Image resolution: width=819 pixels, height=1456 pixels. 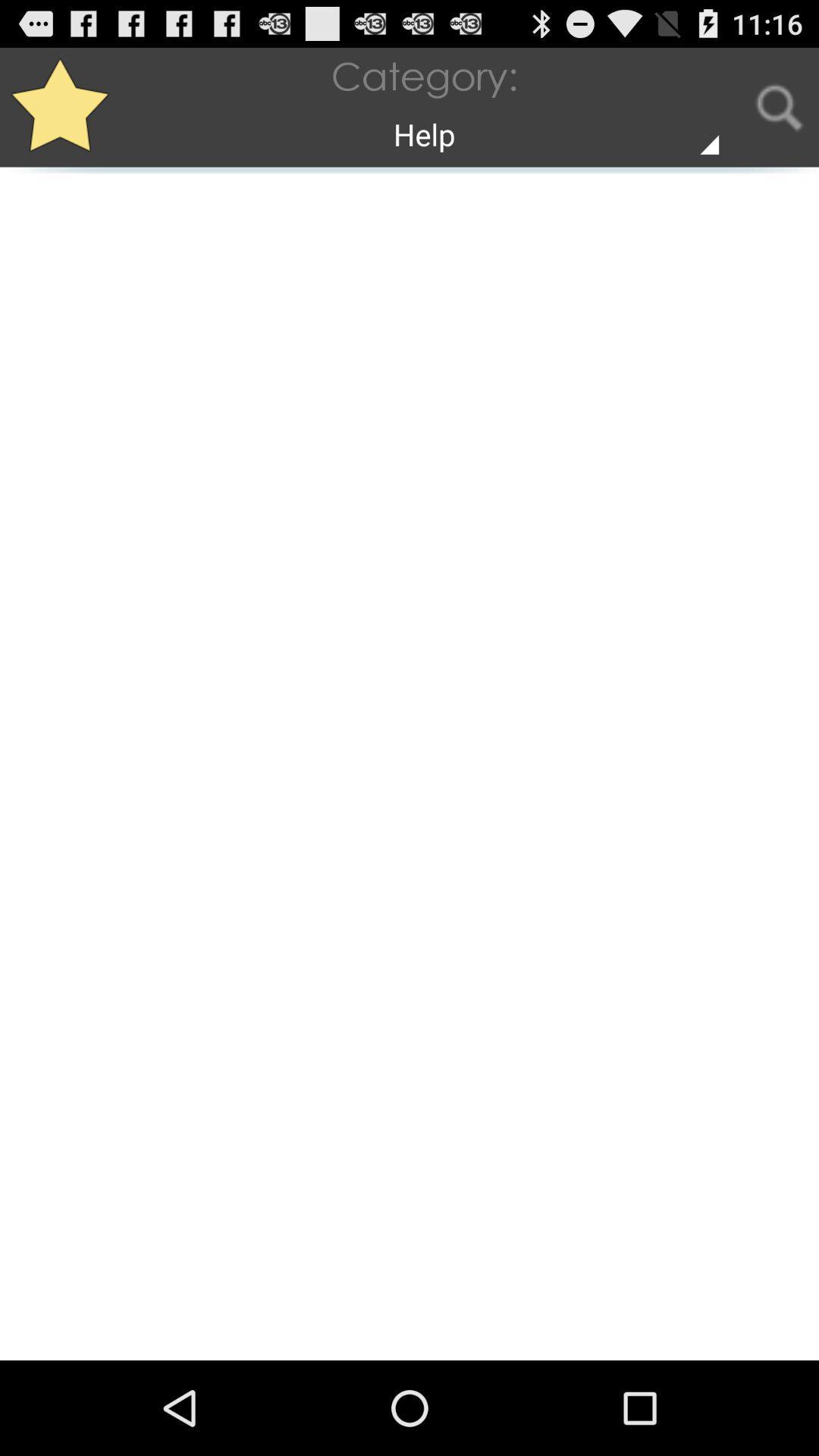 What do you see at coordinates (779, 106) in the screenshot?
I see `search` at bounding box center [779, 106].